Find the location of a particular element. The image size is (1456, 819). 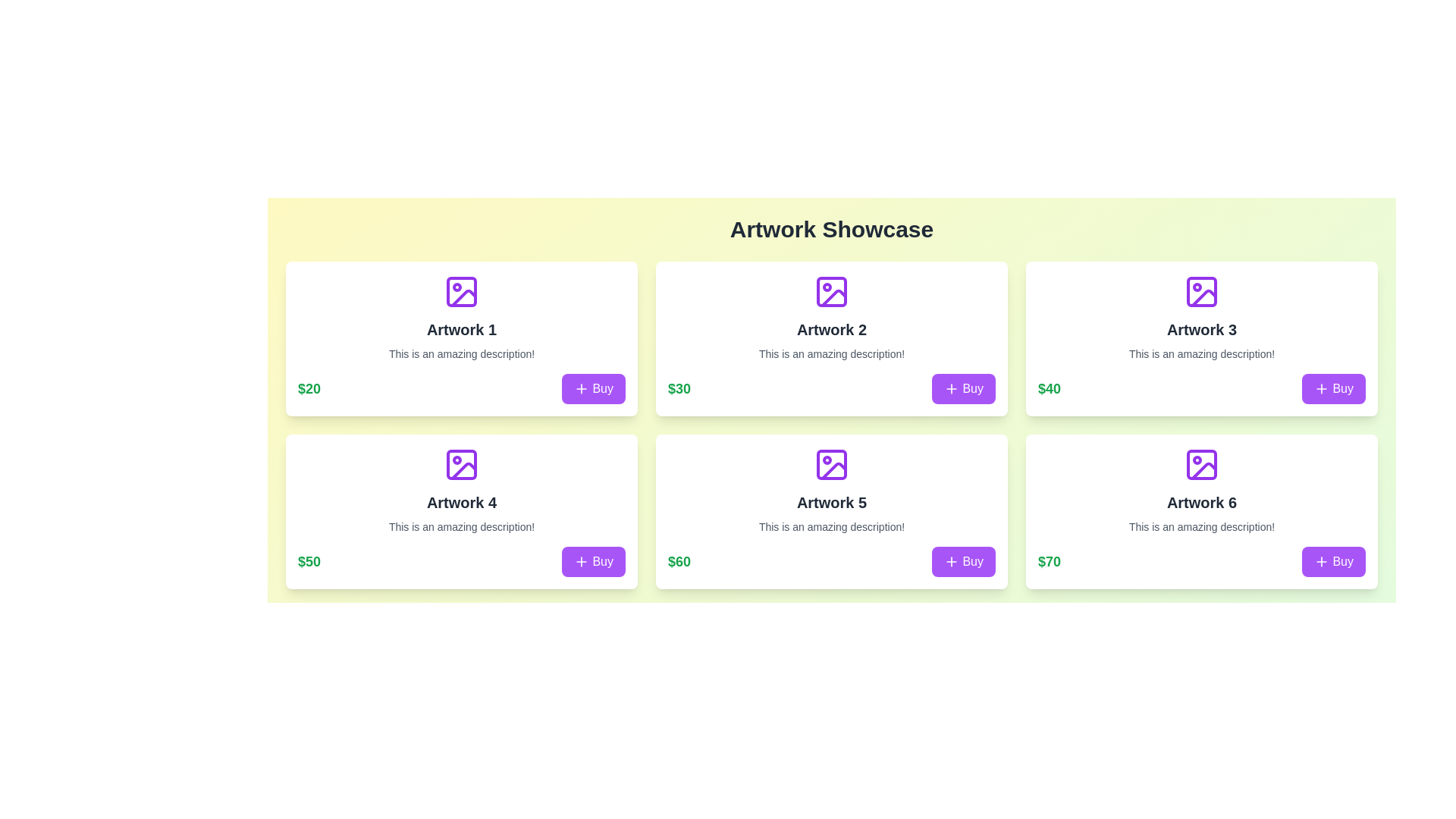

the text block containing the phrase 'This is an amazing description!' located beneath the title 'Artwork 1' in the first card of the grid is located at coordinates (461, 353).